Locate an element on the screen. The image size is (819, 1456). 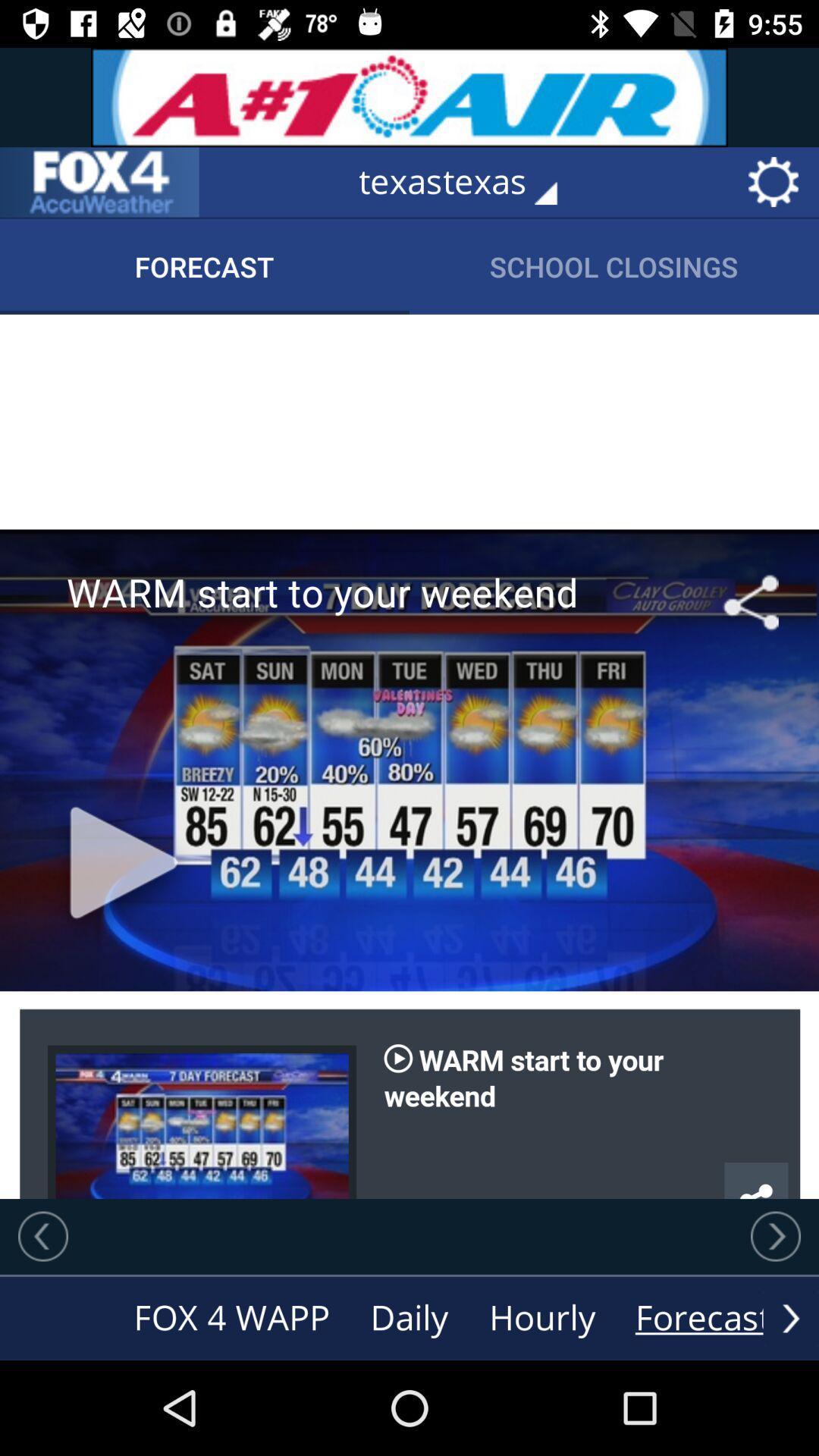
go forward is located at coordinates (775, 1236).